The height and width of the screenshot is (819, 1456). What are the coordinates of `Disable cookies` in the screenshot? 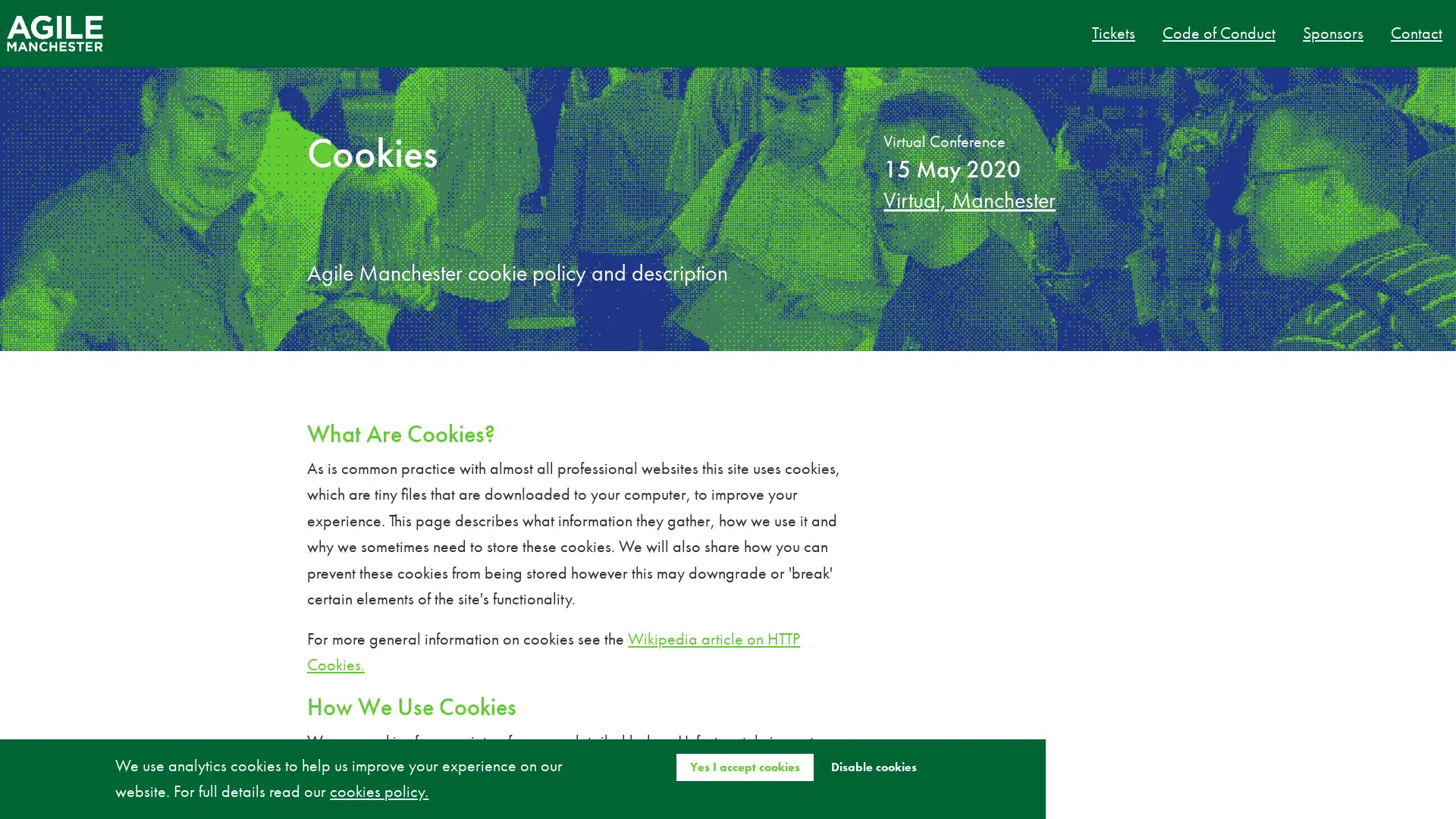 It's located at (873, 766).